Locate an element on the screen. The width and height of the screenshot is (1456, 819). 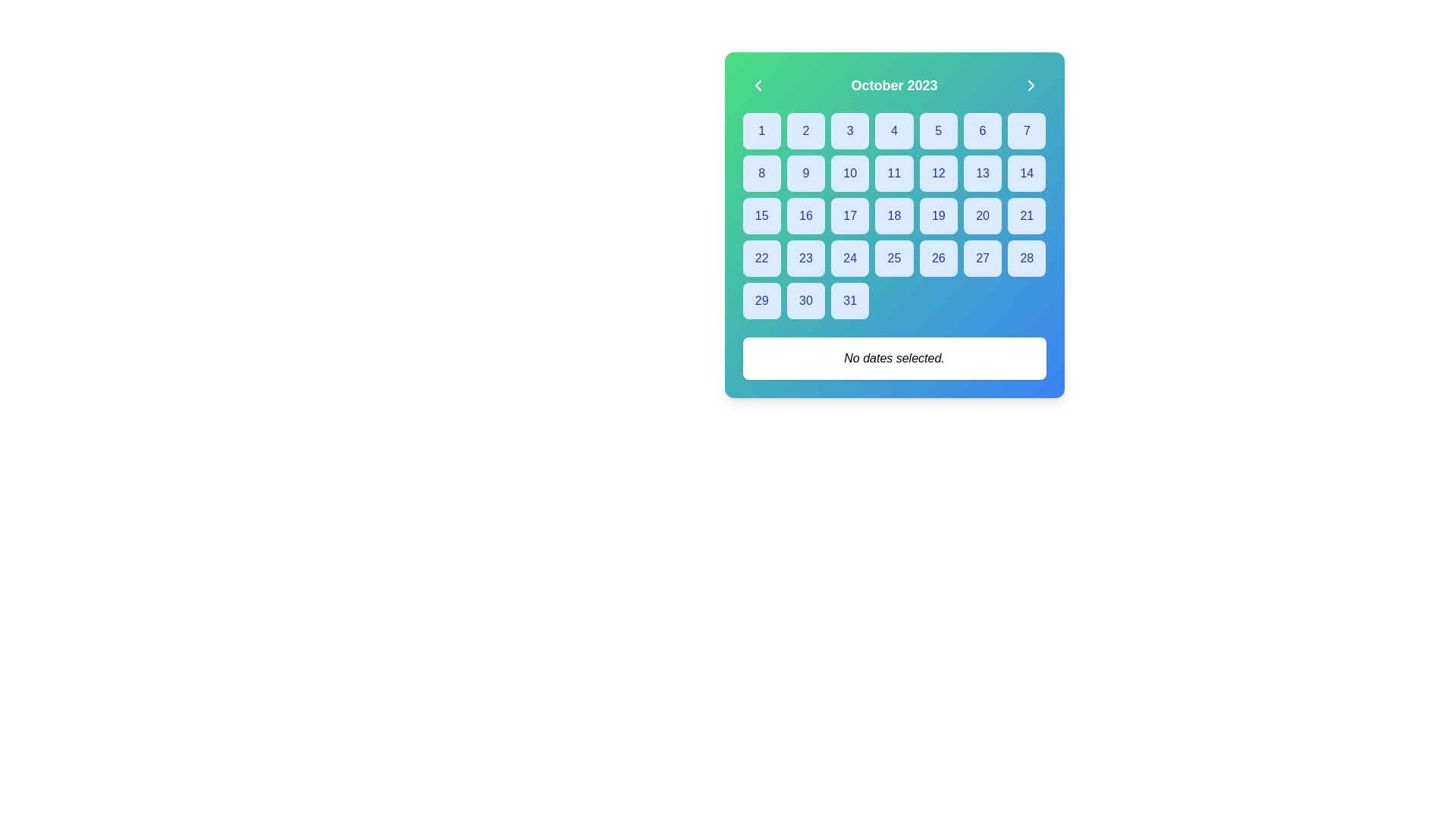
a date within the compact calendar widget displaying October 2023 is located at coordinates (894, 225).